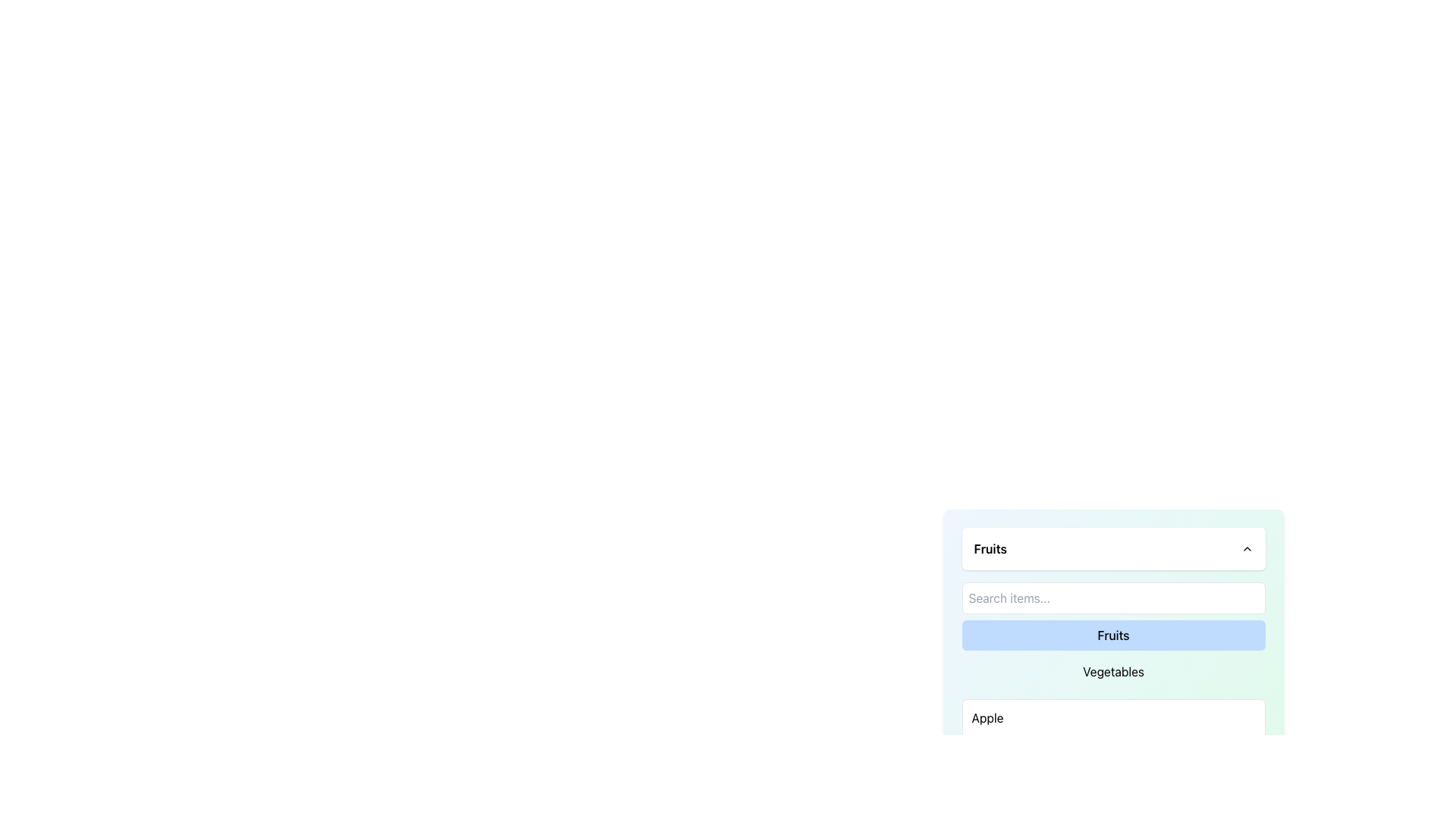  What do you see at coordinates (1113, 671) in the screenshot?
I see `the 'Vegetables' text label, which is the second item in the dropdown menu located below 'Fruits'` at bounding box center [1113, 671].